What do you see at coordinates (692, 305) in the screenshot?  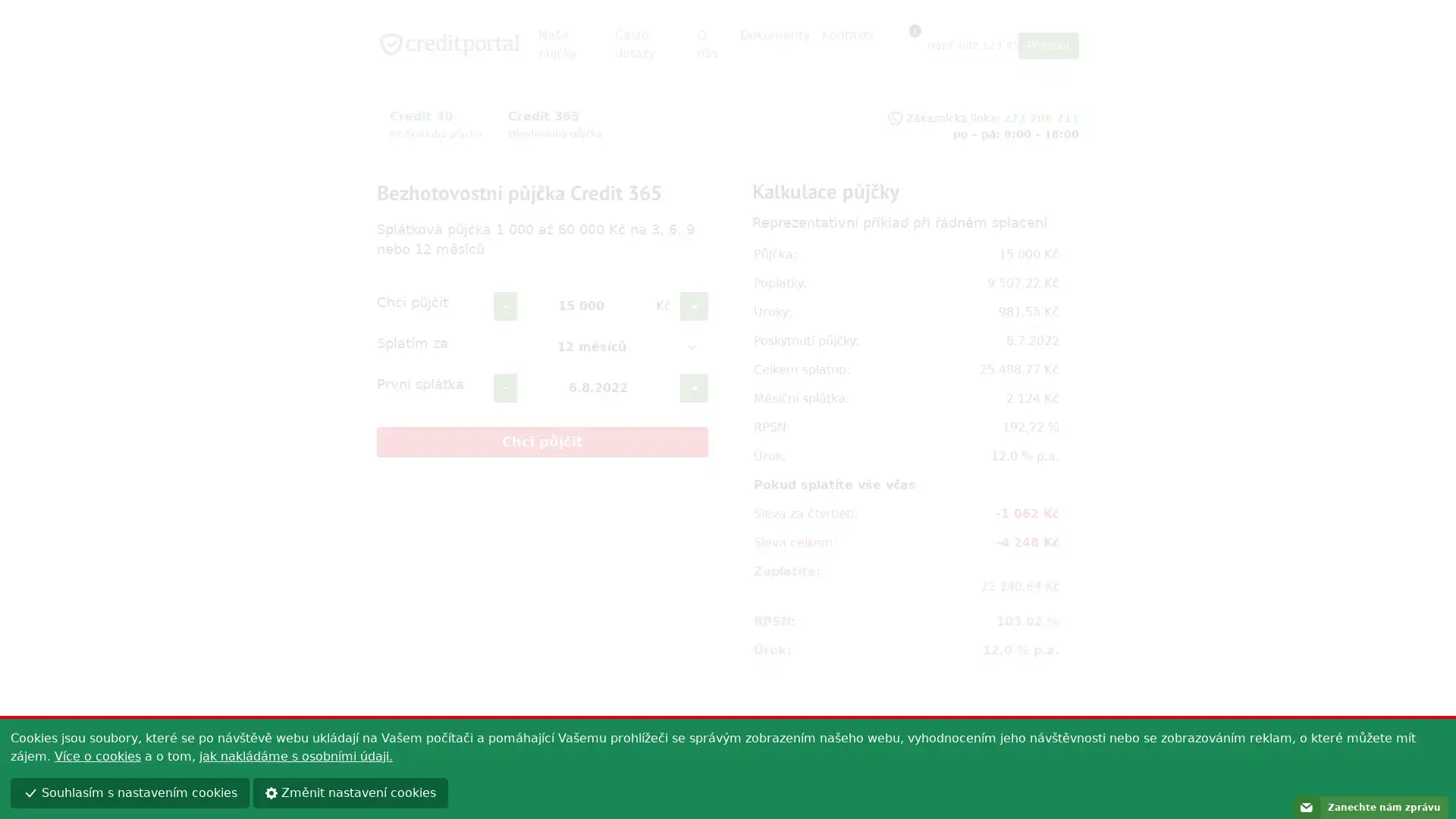 I see `+` at bounding box center [692, 305].